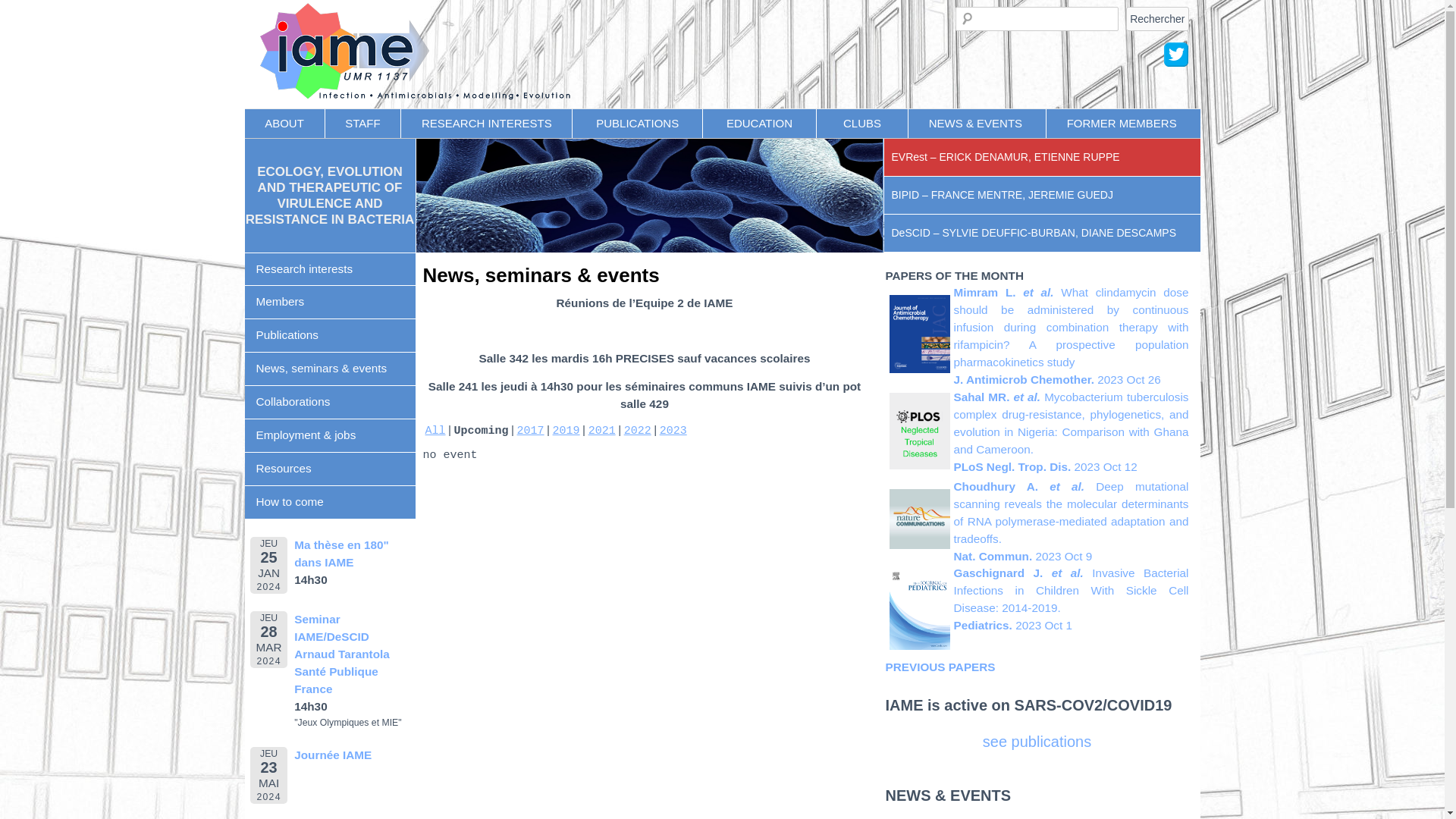 The height and width of the screenshot is (819, 1456). I want to click on 'PREVIOUS PAPERS', so click(940, 666).